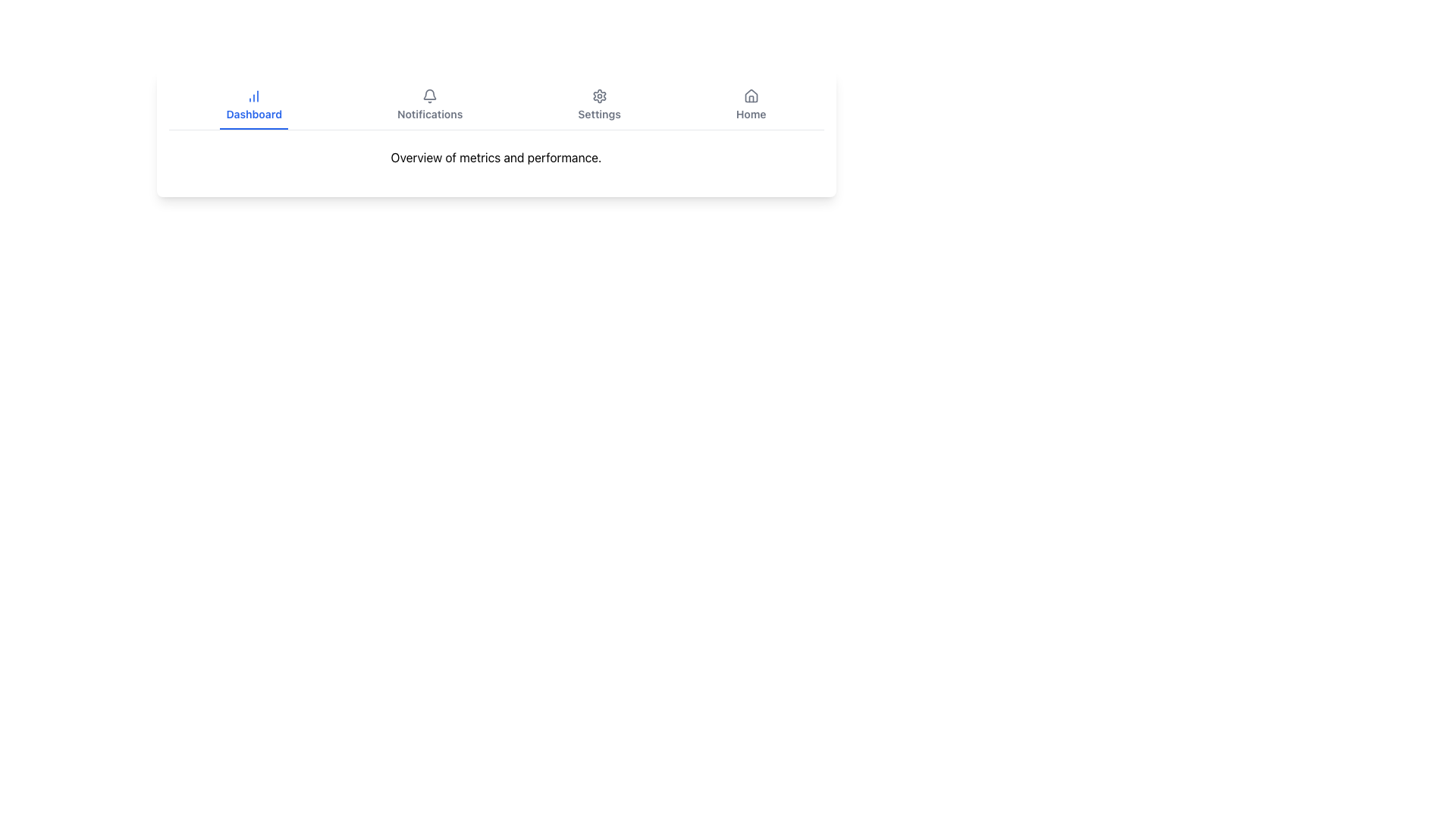 The image size is (1456, 819). I want to click on the graphic house icon located on the far right of the top navigation menu under the text 'Home', so click(751, 96).